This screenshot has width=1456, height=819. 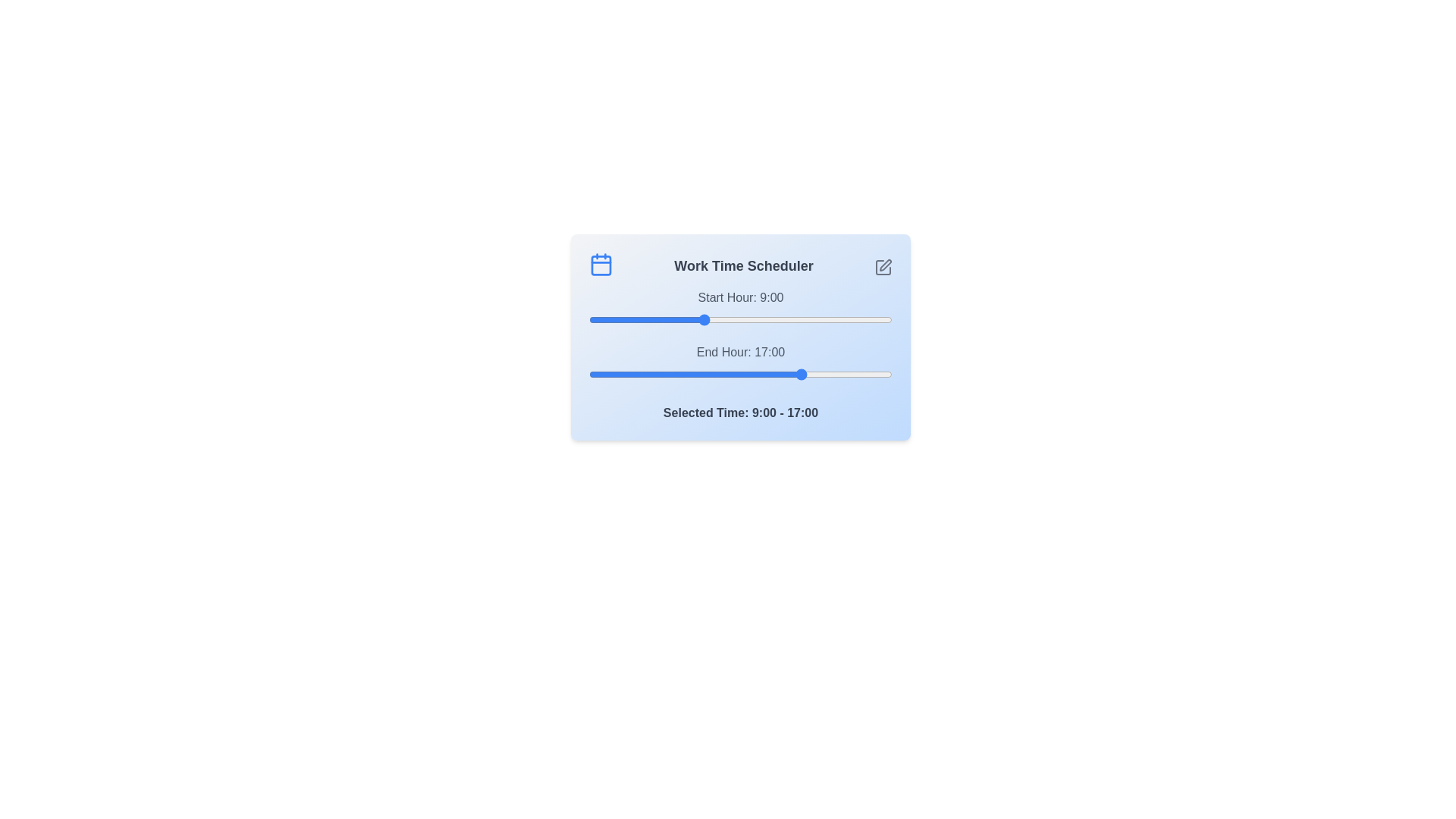 What do you see at coordinates (883, 267) in the screenshot?
I see `the edit icon to initiate editing` at bounding box center [883, 267].